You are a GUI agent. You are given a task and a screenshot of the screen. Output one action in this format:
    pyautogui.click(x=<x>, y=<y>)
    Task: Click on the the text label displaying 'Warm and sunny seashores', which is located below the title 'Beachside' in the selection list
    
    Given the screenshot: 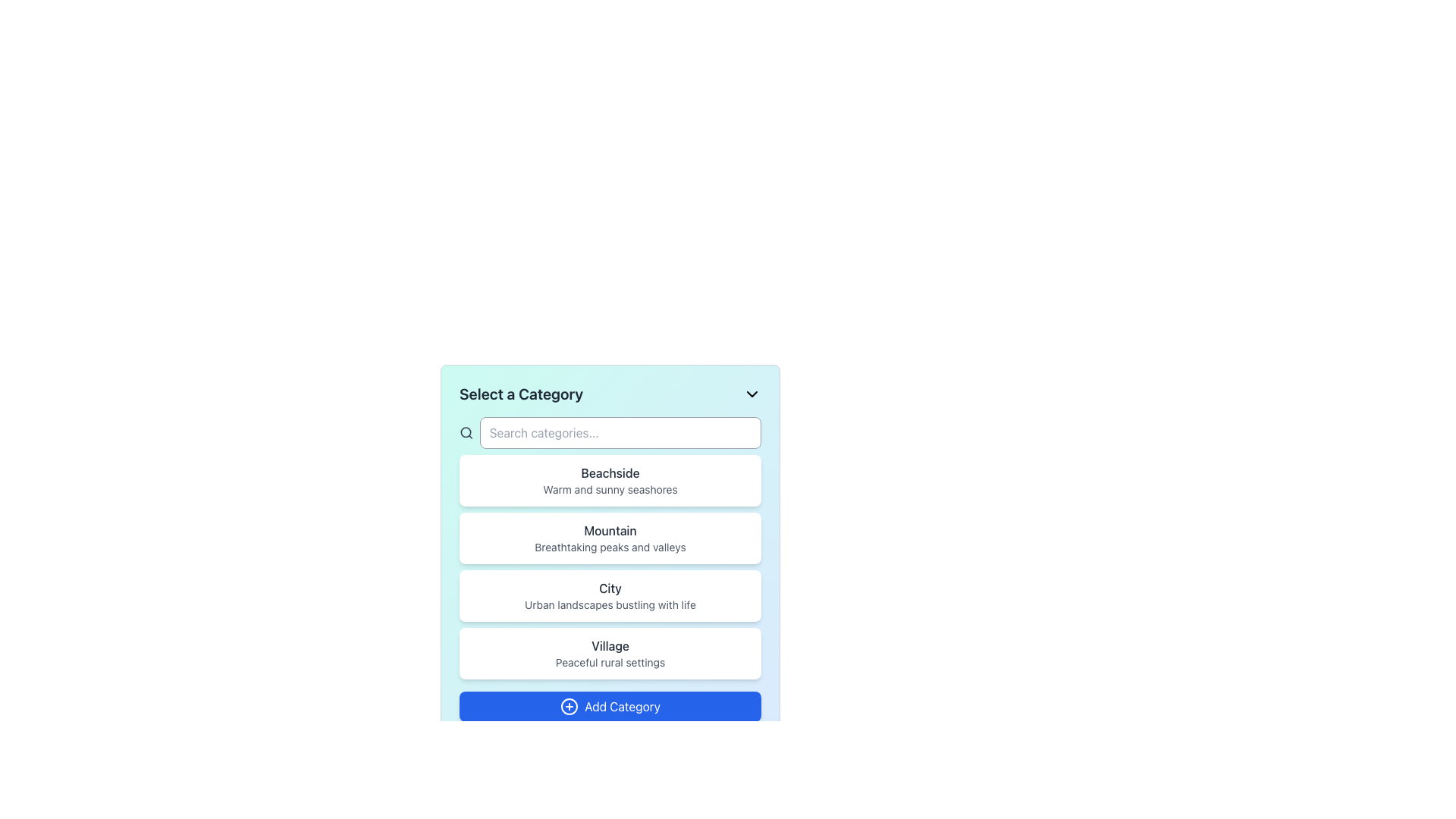 What is the action you would take?
    pyautogui.click(x=610, y=489)
    